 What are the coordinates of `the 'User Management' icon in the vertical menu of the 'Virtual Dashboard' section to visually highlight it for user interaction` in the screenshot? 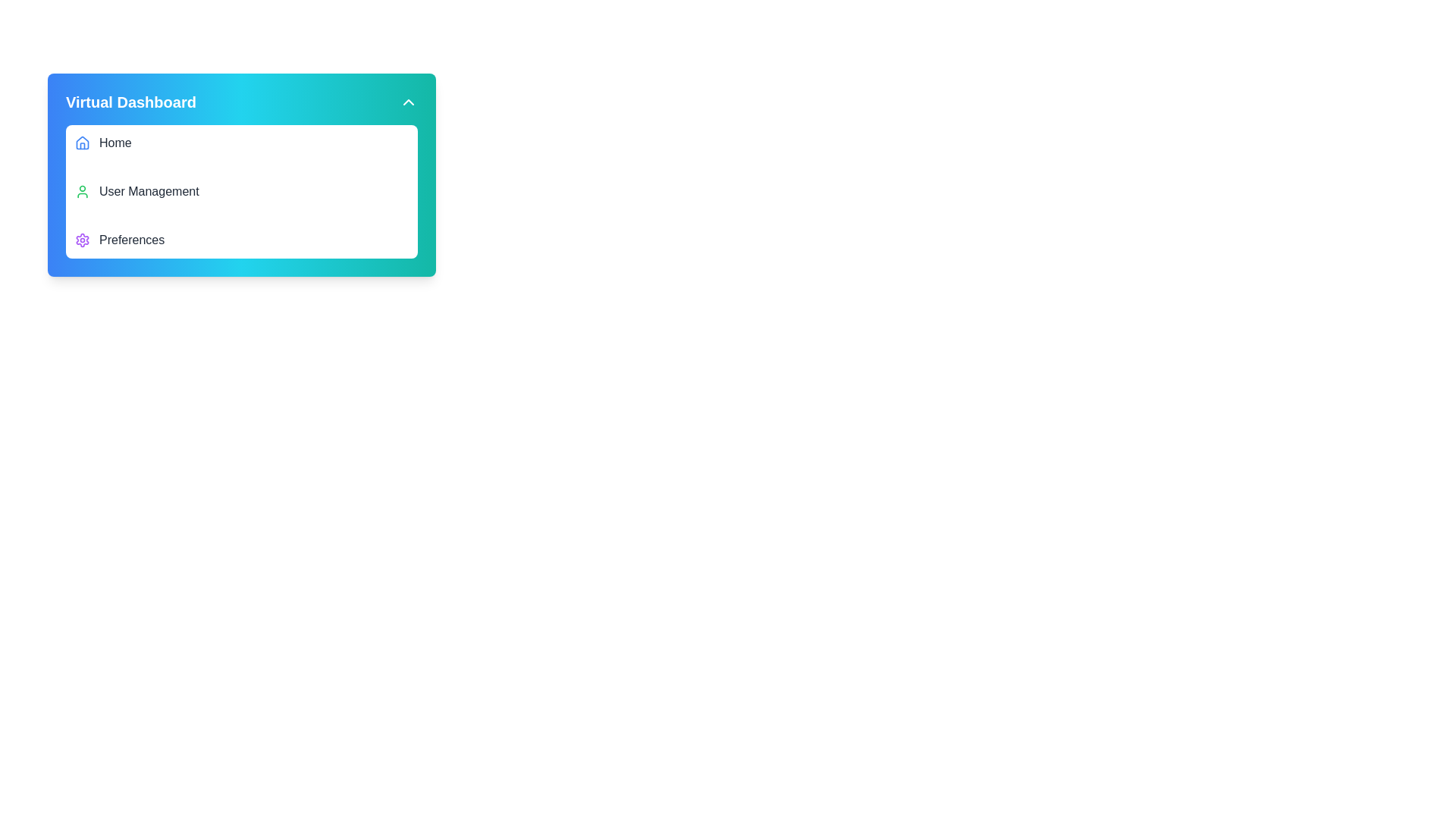 It's located at (82, 191).